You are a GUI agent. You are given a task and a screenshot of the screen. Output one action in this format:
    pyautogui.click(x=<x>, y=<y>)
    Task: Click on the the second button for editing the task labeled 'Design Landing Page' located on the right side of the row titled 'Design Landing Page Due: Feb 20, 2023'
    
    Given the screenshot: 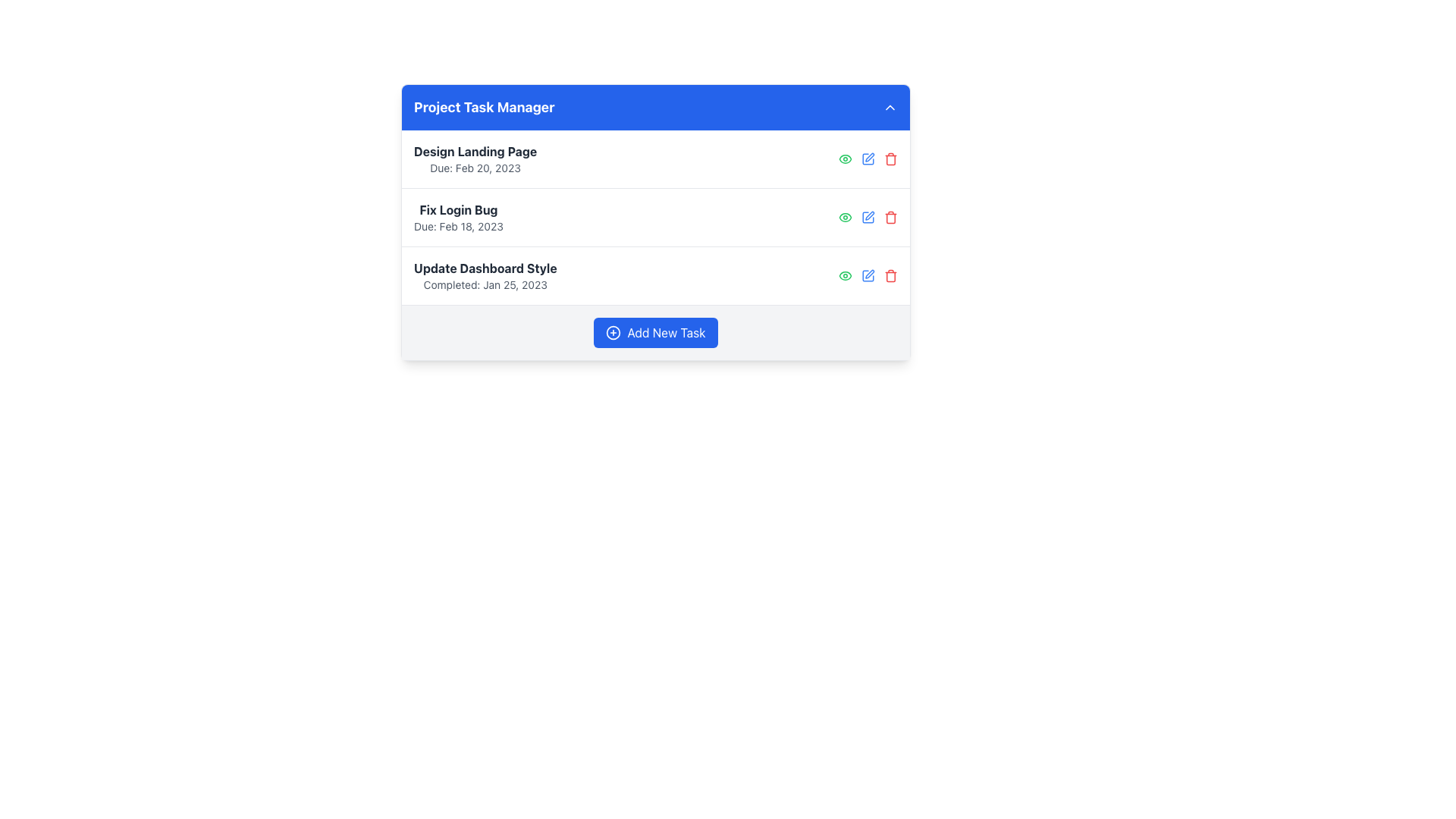 What is the action you would take?
    pyautogui.click(x=868, y=158)
    